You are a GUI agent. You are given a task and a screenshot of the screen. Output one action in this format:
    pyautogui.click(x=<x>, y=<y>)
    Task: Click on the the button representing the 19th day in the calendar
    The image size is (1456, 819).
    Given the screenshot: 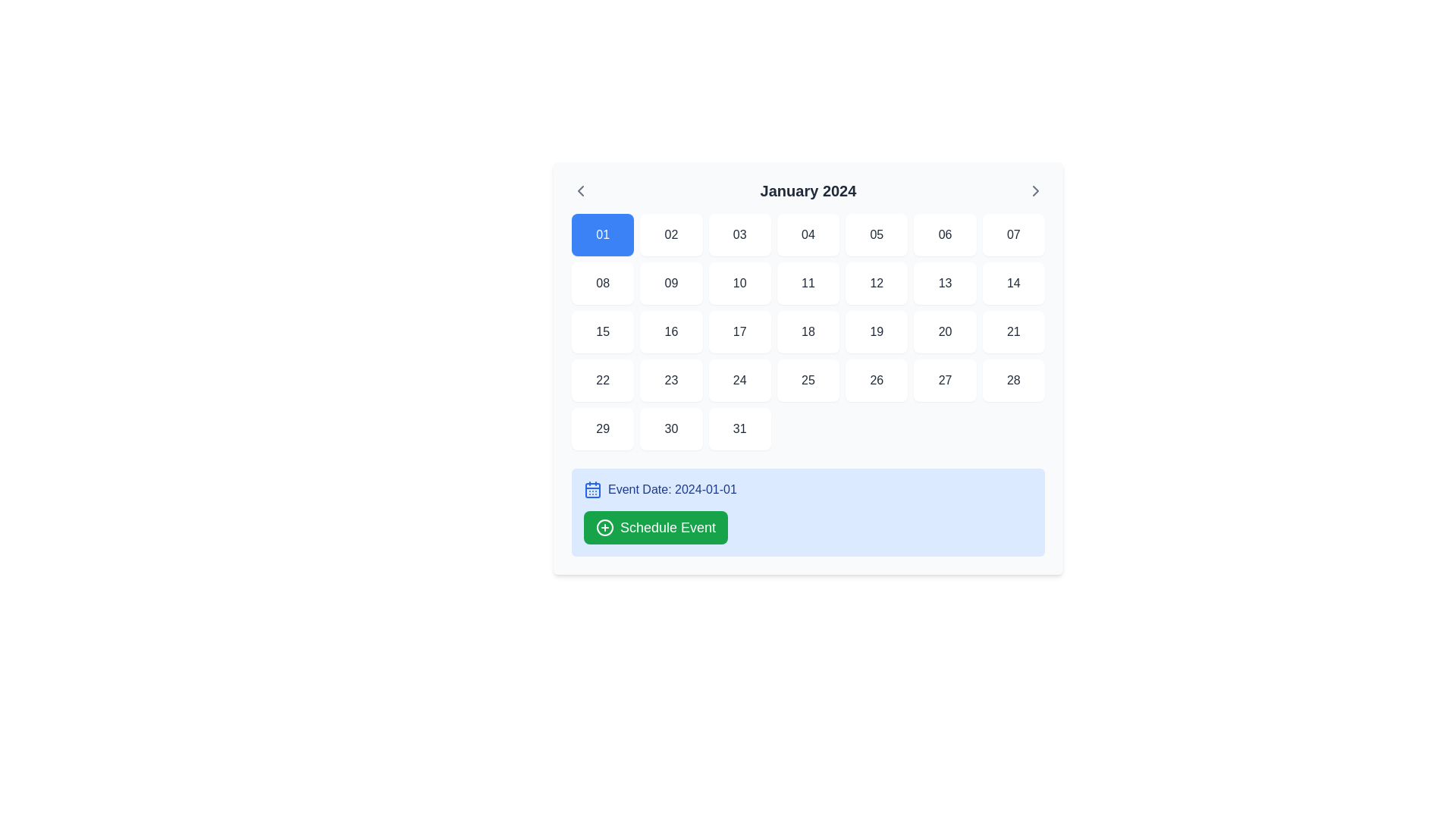 What is the action you would take?
    pyautogui.click(x=877, y=331)
    